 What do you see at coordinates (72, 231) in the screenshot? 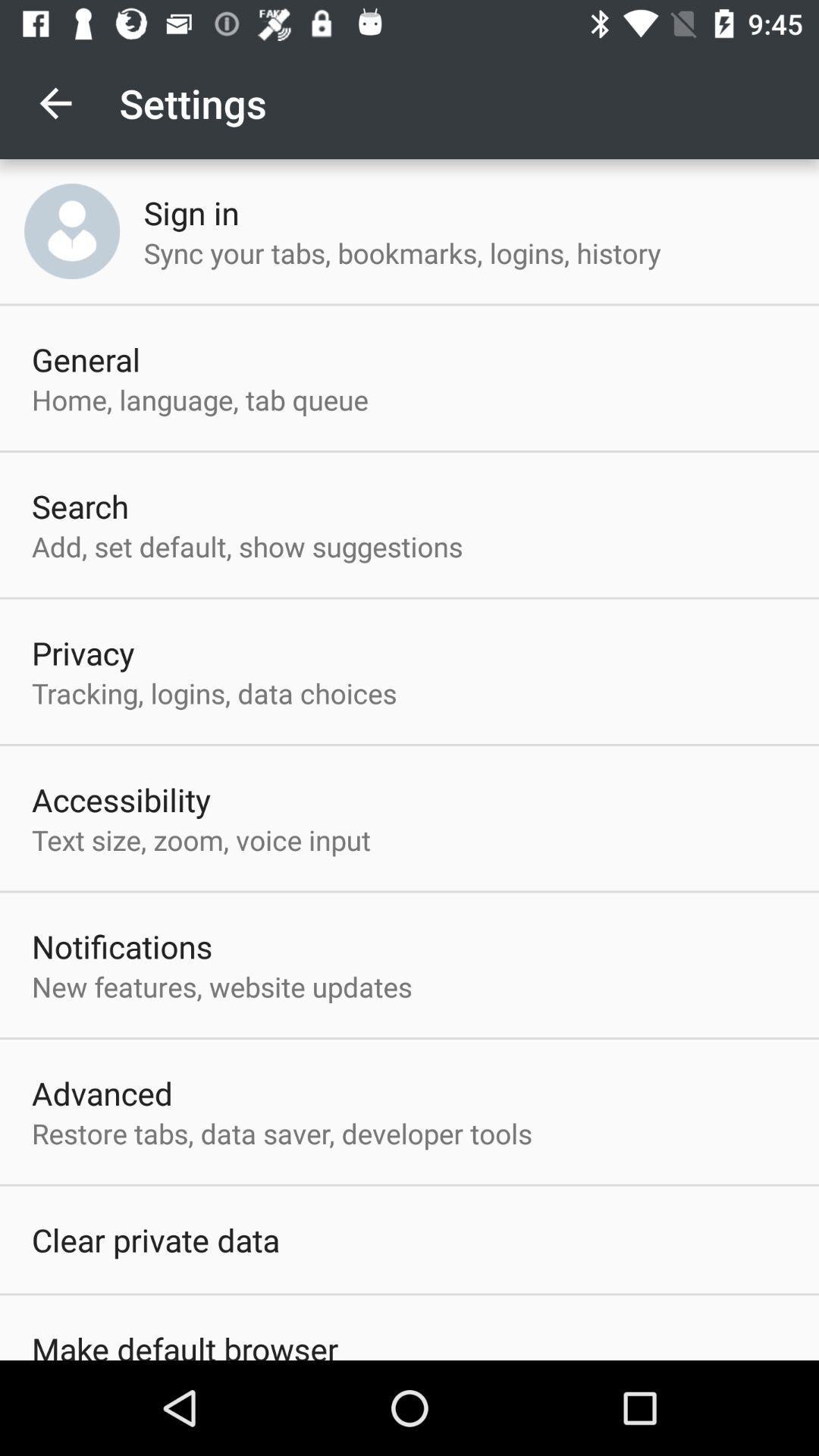
I see `move to icon which is left to sign in` at bounding box center [72, 231].